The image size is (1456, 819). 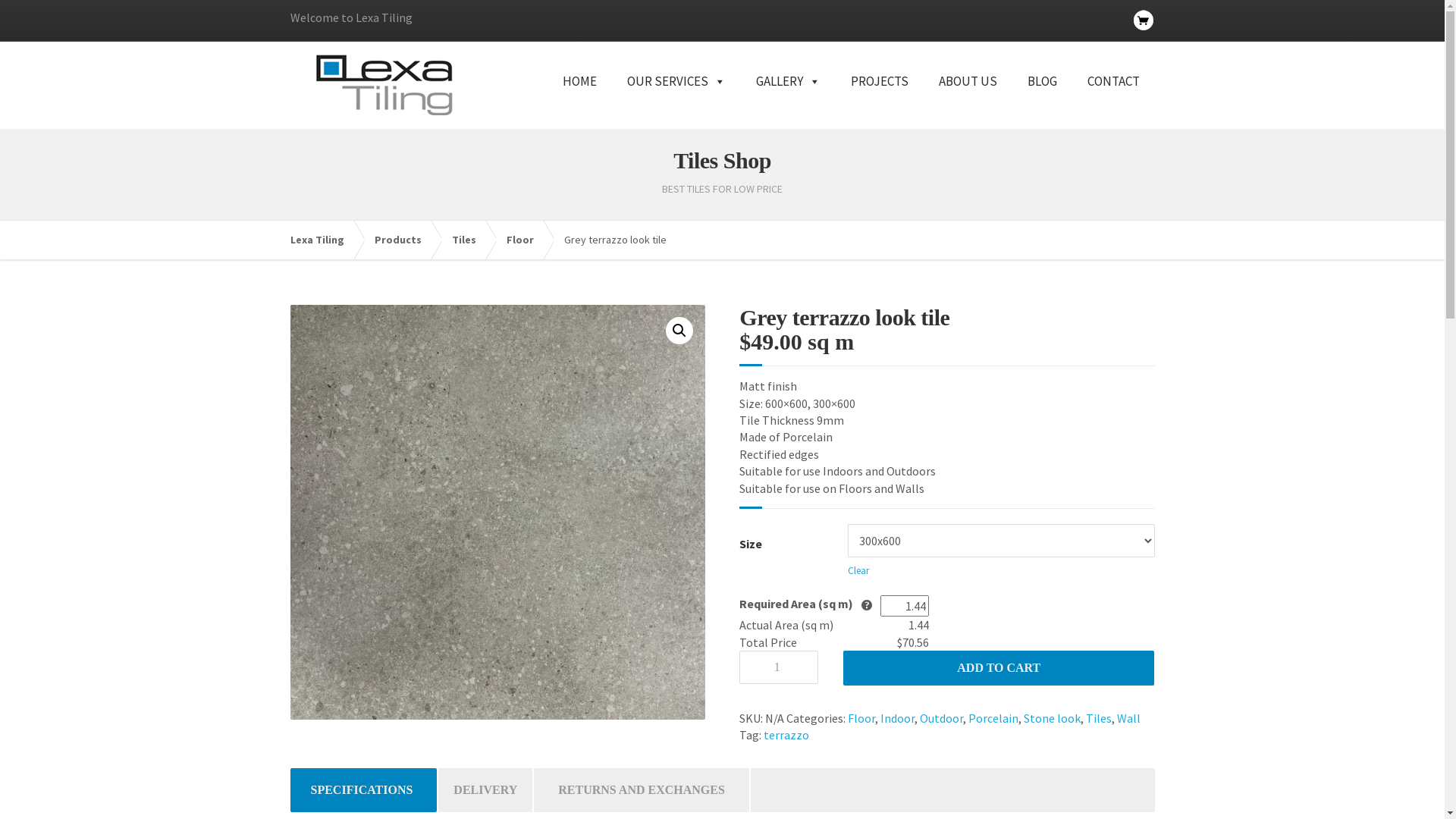 I want to click on 'terrazzo', so click(x=786, y=733).